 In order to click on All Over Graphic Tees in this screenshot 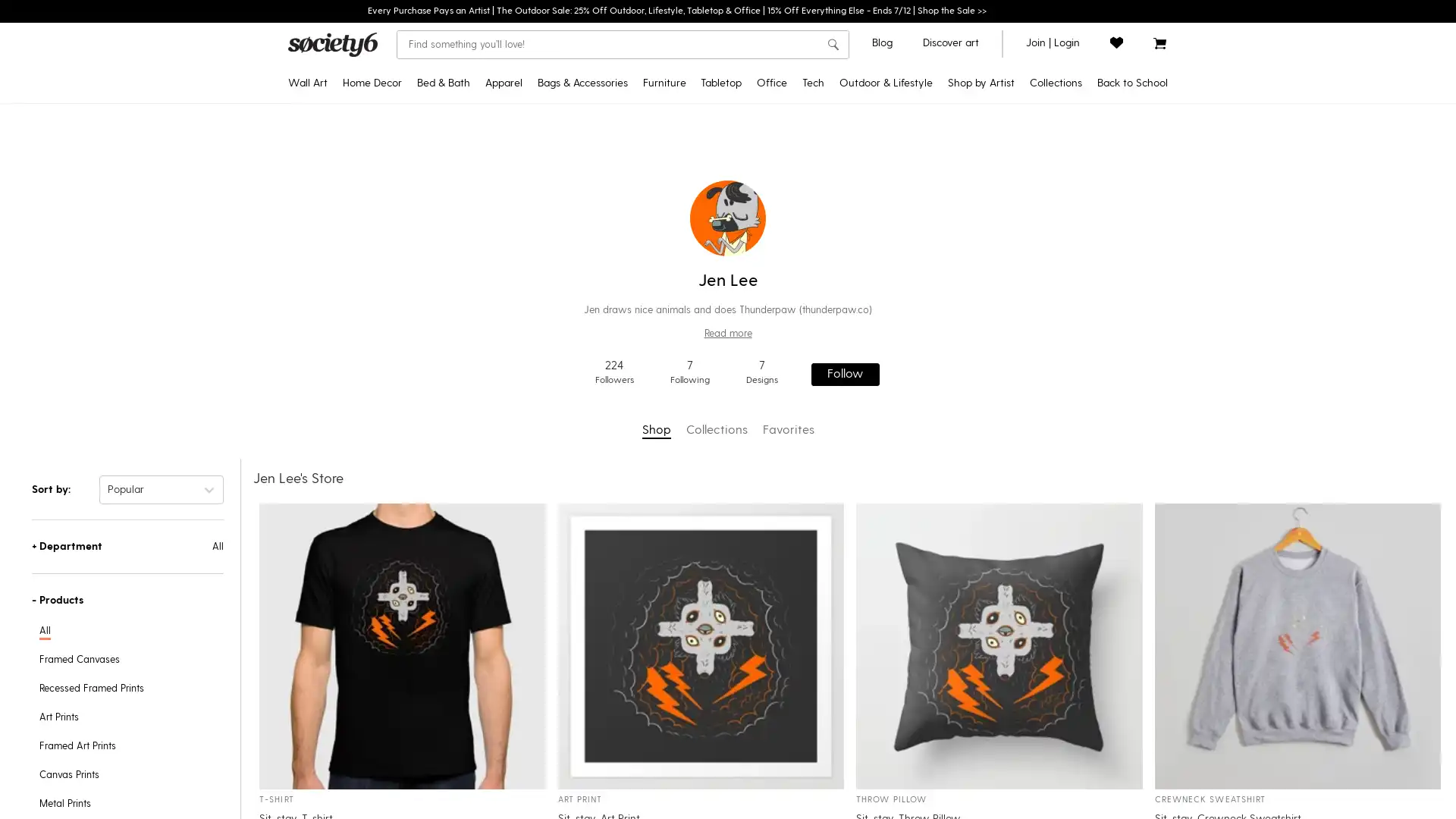, I will do `click(551, 219)`.